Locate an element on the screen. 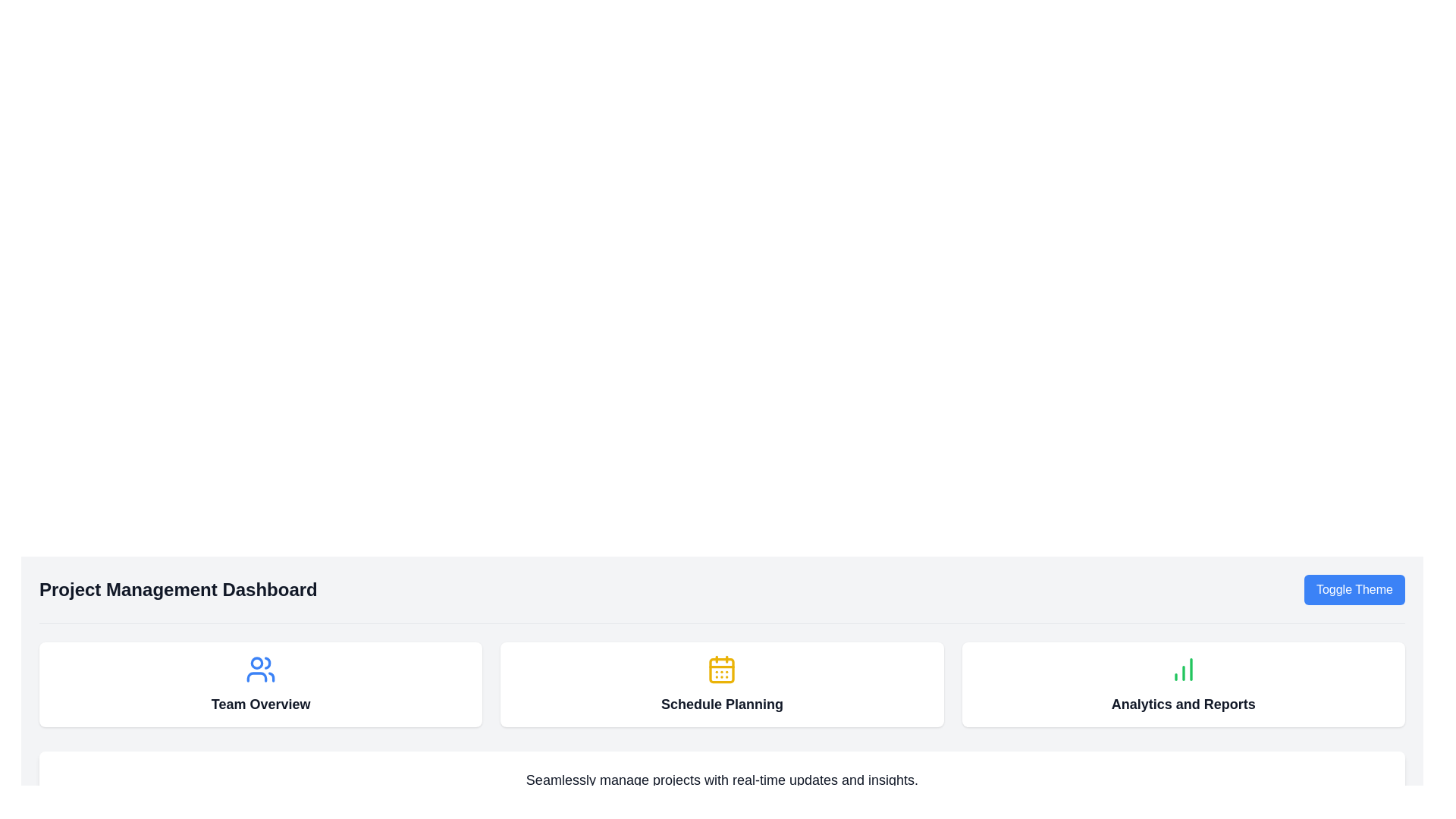  the analytics icon located is located at coordinates (1182, 669).